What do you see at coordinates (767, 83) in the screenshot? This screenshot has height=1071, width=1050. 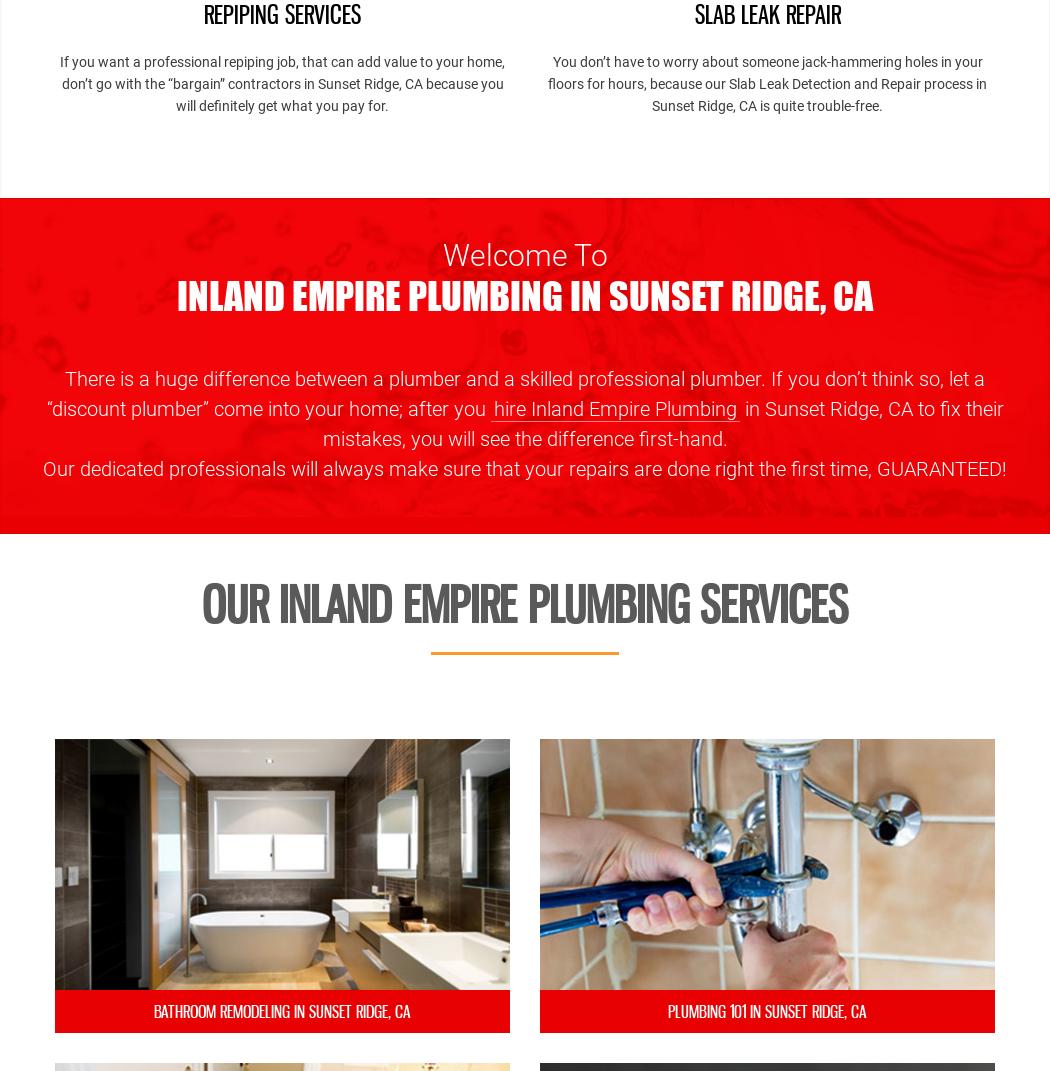 I see `'You don’t have to worry about someone jack-hammering holes in your floors for hours, because our Slab Leak Detection and Repair process in Sunset Ridge, CA is quite trouble-free.'` at bounding box center [767, 83].